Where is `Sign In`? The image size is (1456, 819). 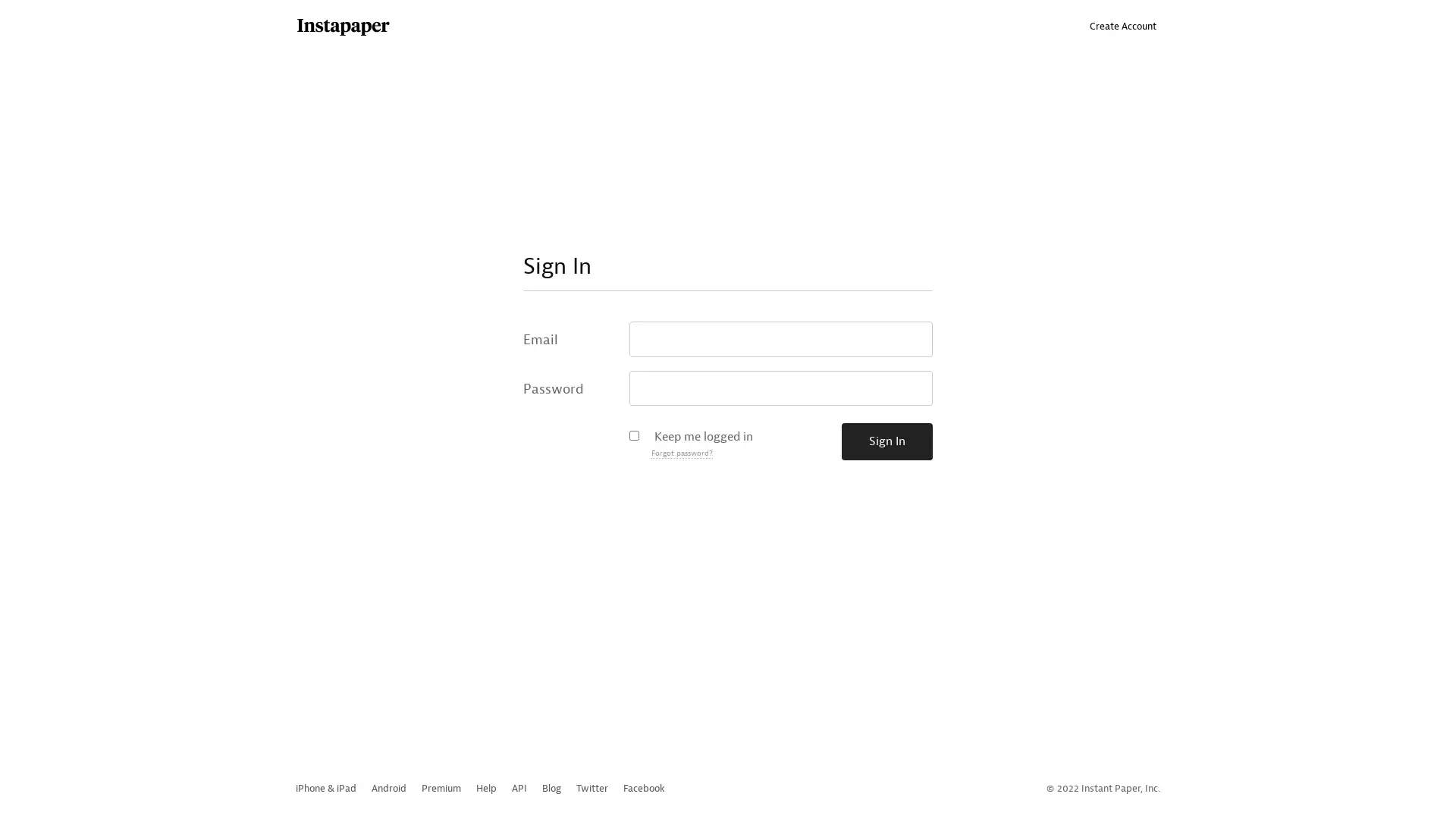 Sign In is located at coordinates (887, 441).